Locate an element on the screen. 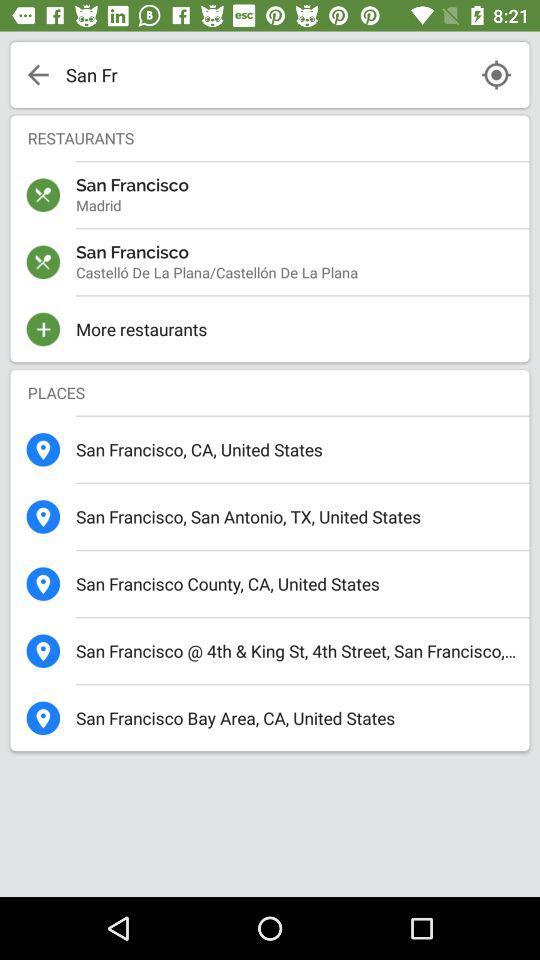 This screenshot has width=540, height=960. the san fr is located at coordinates (264, 74).